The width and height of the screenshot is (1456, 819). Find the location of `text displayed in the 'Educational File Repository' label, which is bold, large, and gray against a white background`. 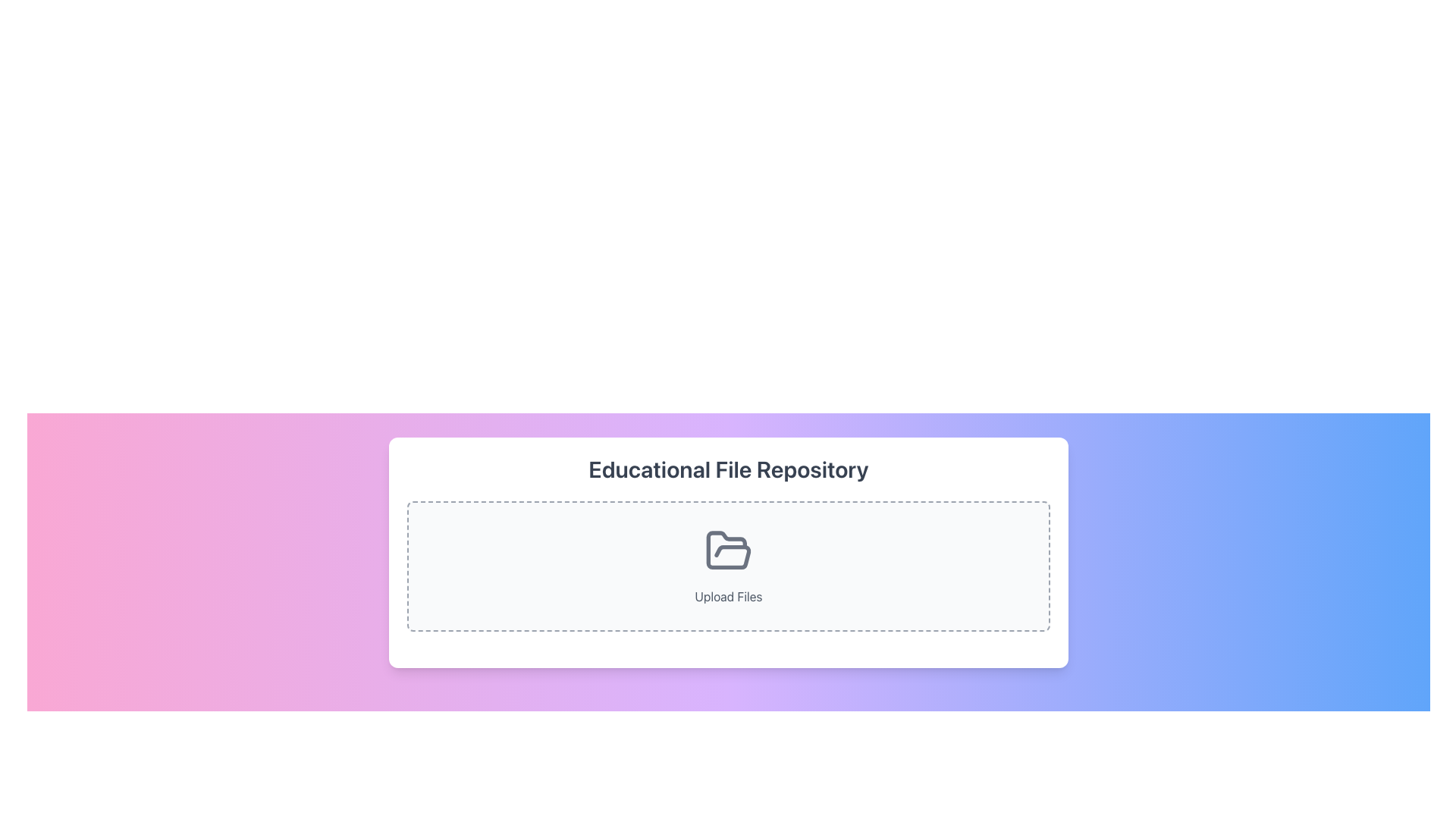

text displayed in the 'Educational File Repository' label, which is bold, large, and gray against a white background is located at coordinates (728, 468).